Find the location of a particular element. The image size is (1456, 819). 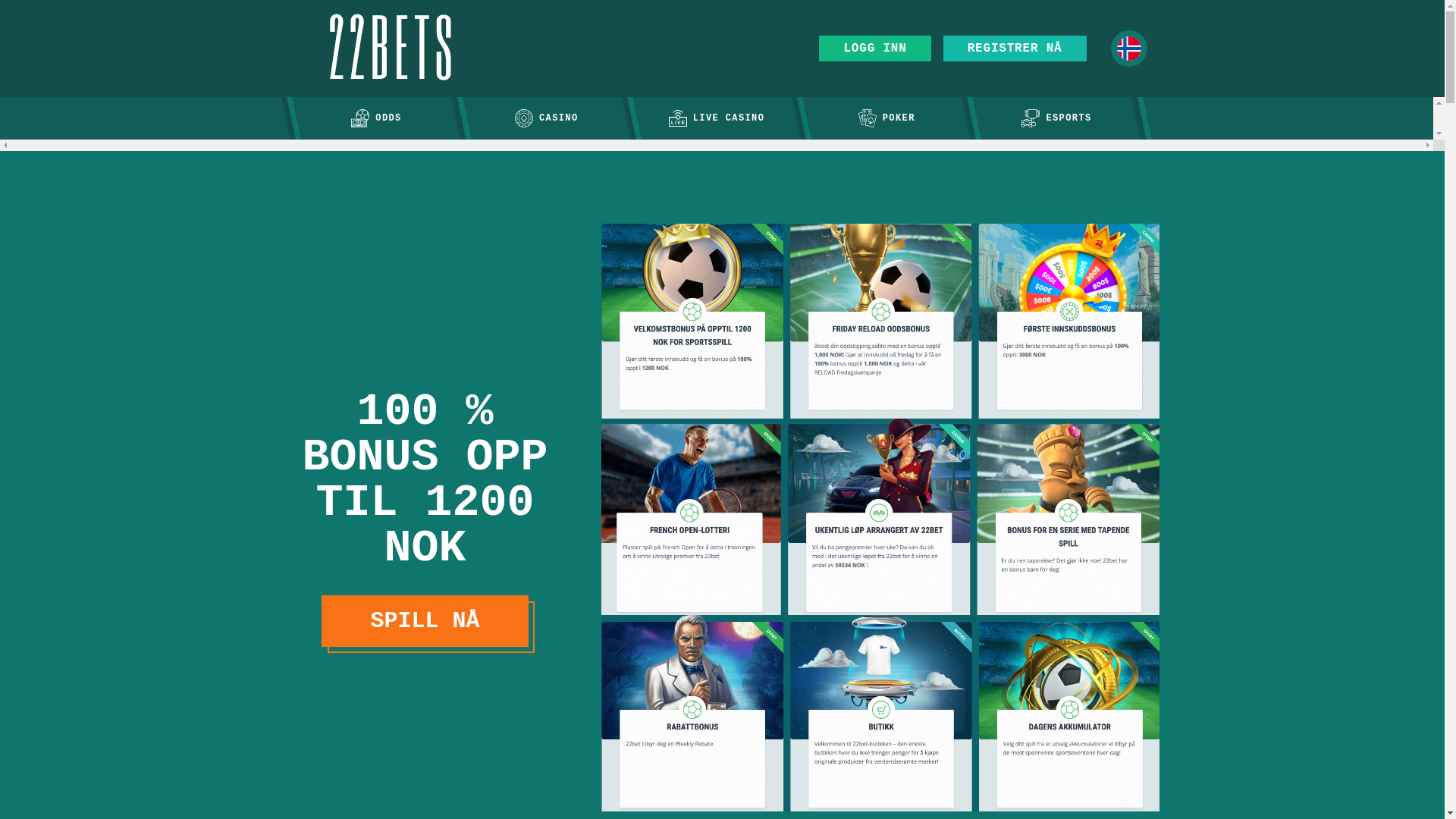

'LOGG INN' is located at coordinates (874, 48).